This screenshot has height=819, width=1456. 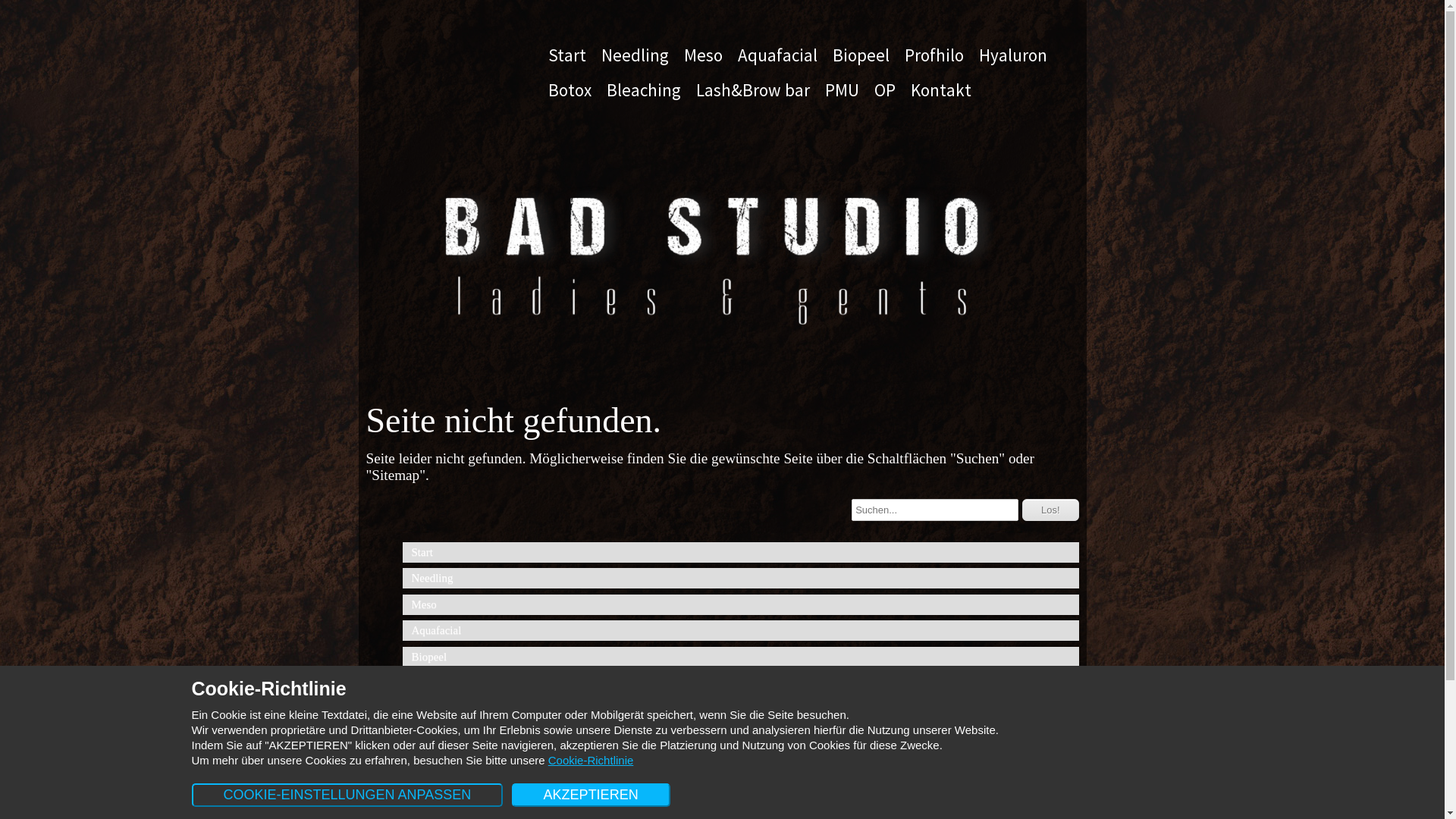 What do you see at coordinates (590, 794) in the screenshot?
I see `'AKZEPTIEREN'` at bounding box center [590, 794].